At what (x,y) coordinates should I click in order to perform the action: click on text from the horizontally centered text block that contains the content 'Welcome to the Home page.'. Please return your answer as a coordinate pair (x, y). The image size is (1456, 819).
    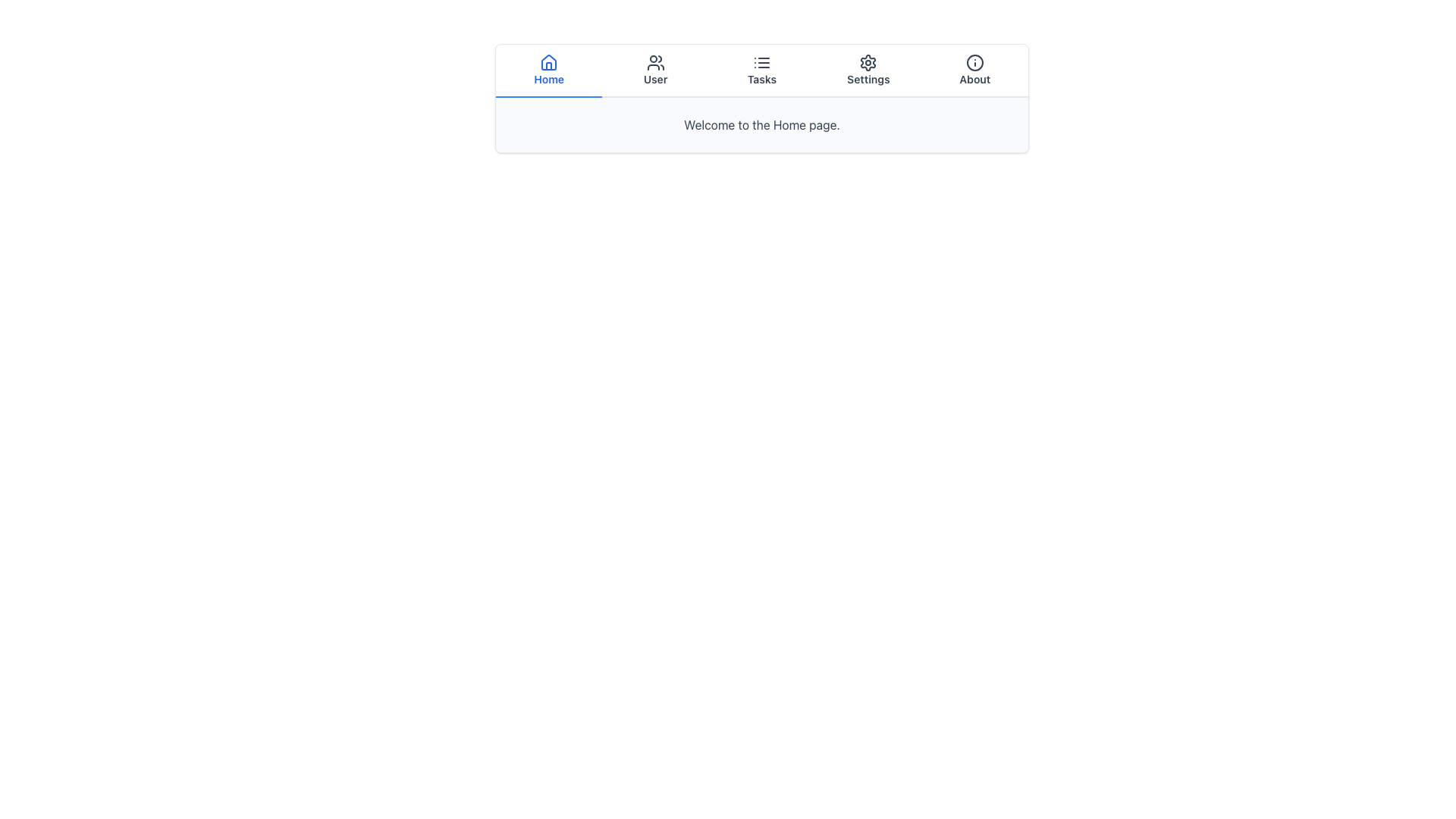
    Looking at the image, I should click on (761, 124).